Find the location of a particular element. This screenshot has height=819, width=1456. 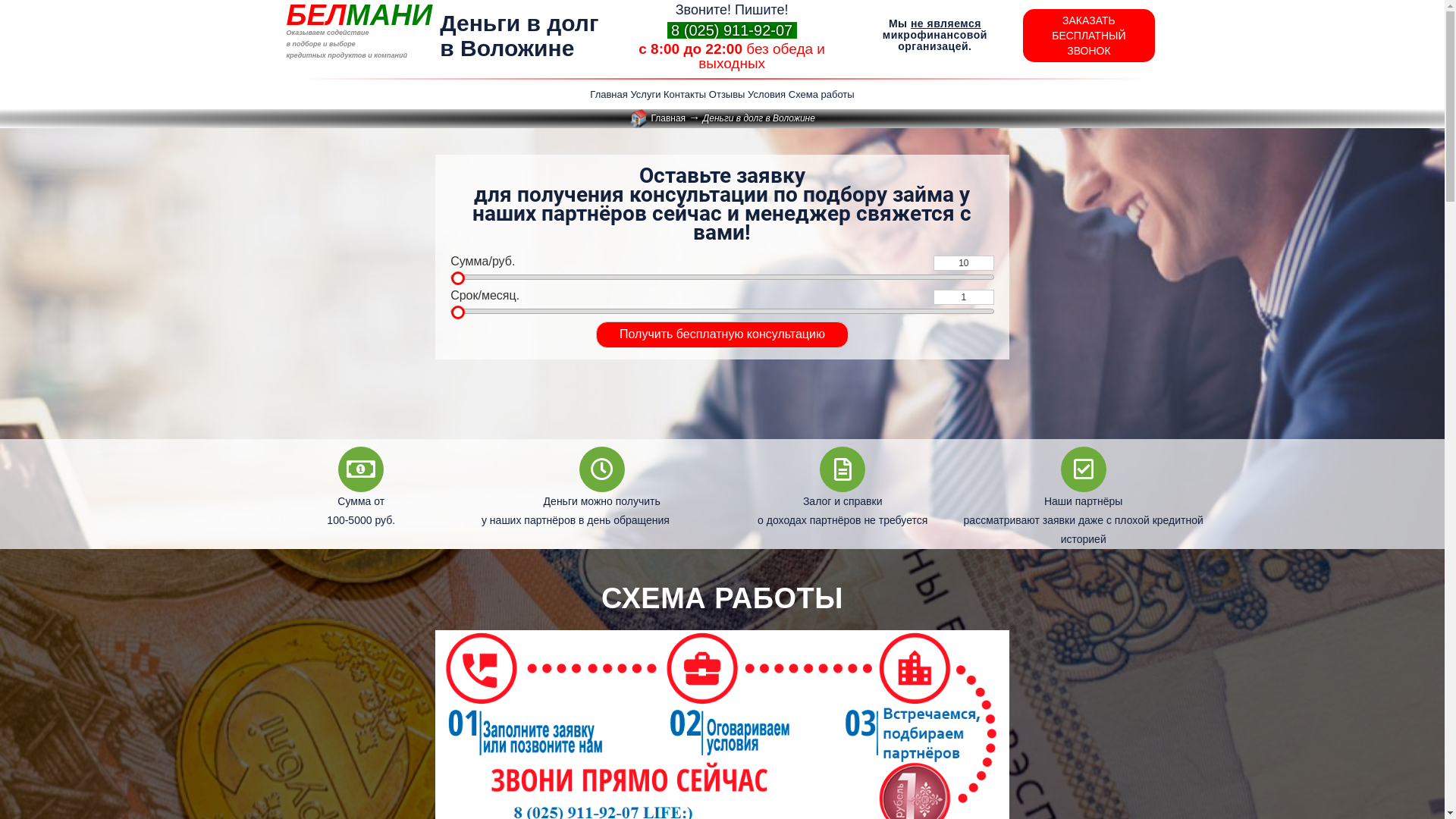

' 8 (025) 911-92-07 ' is located at coordinates (732, 30).